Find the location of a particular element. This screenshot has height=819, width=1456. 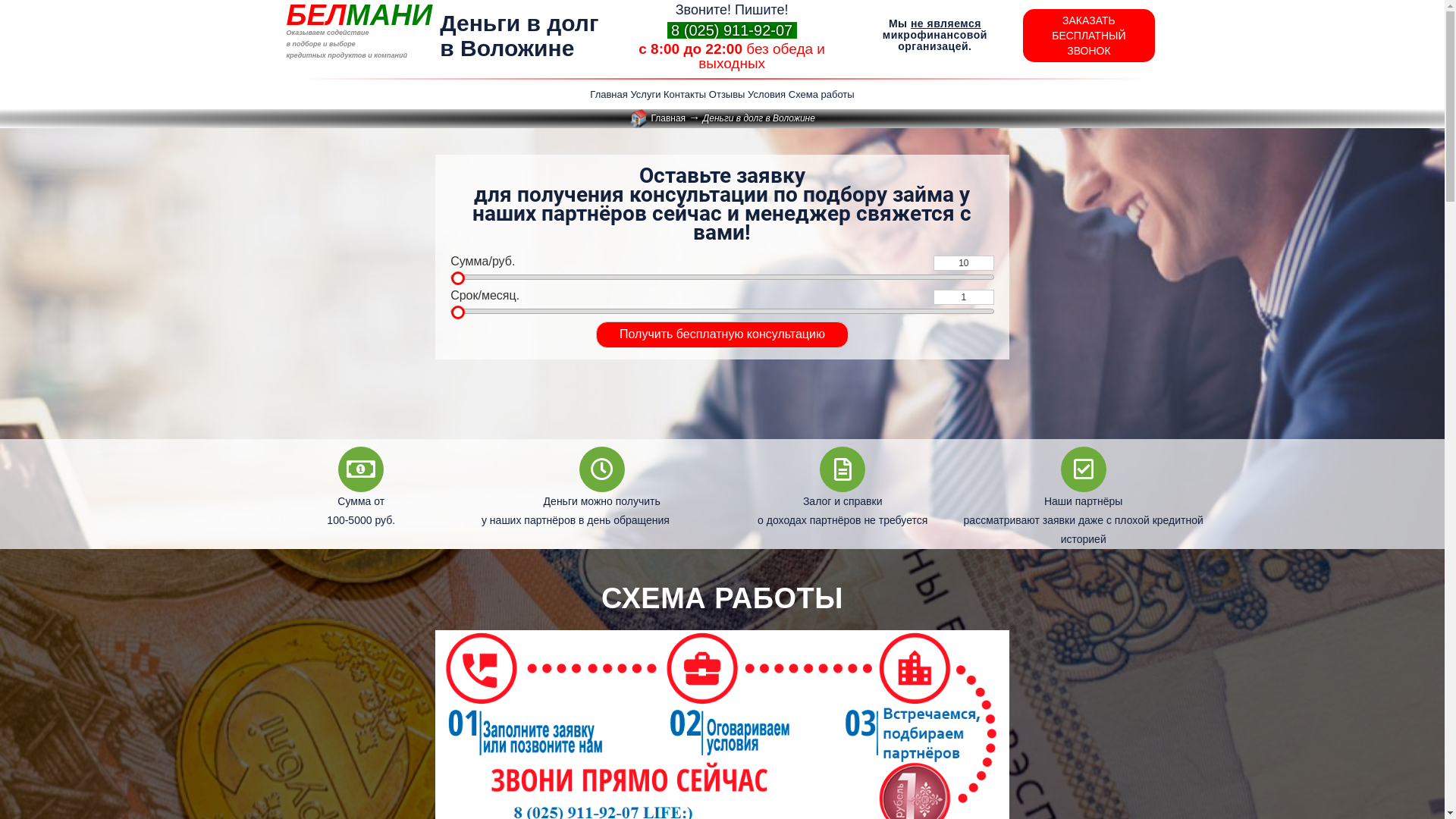

' 8 (025) 911-92-07 ' is located at coordinates (732, 30).